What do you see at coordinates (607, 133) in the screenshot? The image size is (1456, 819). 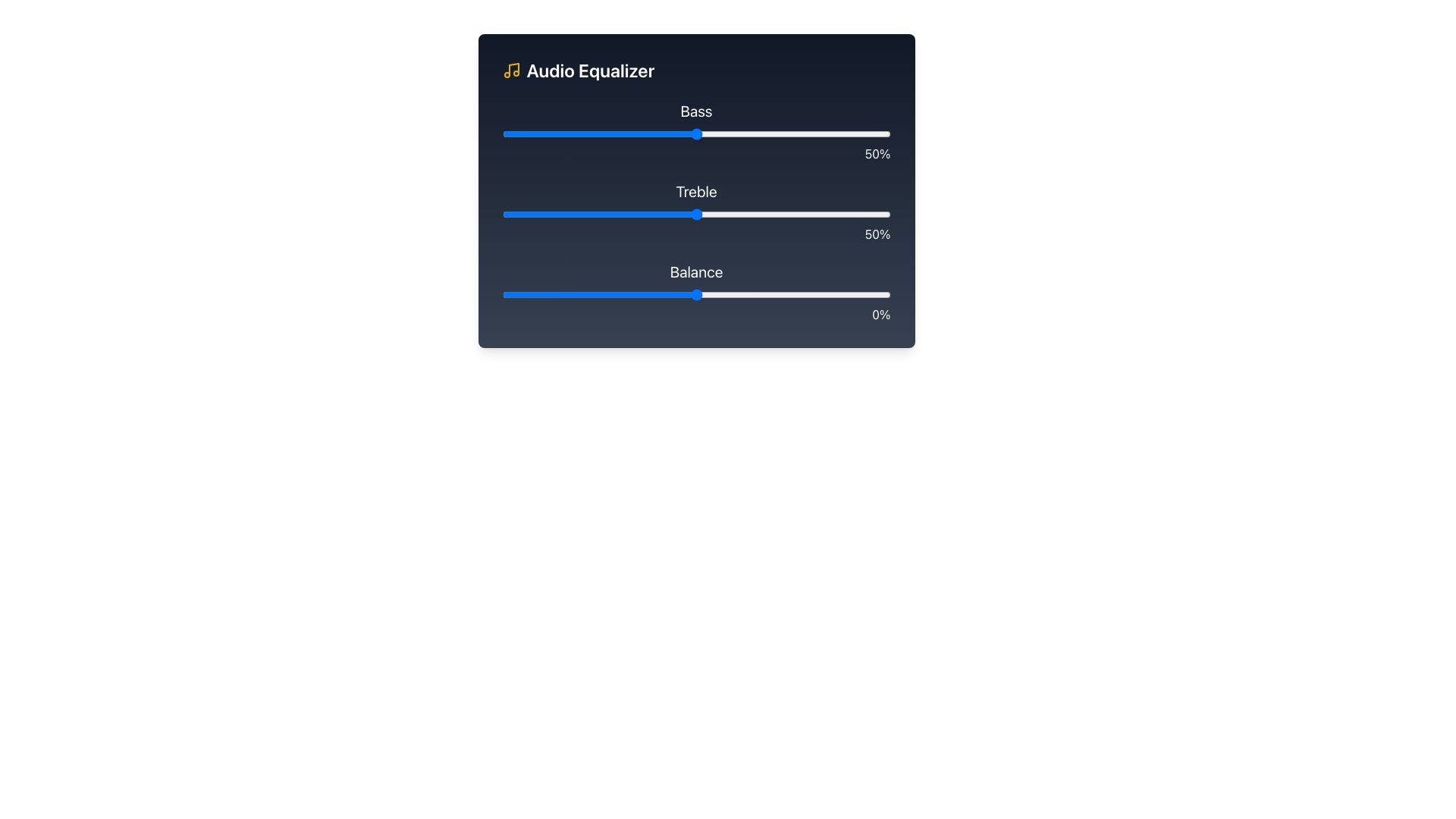 I see `the bass level` at bounding box center [607, 133].